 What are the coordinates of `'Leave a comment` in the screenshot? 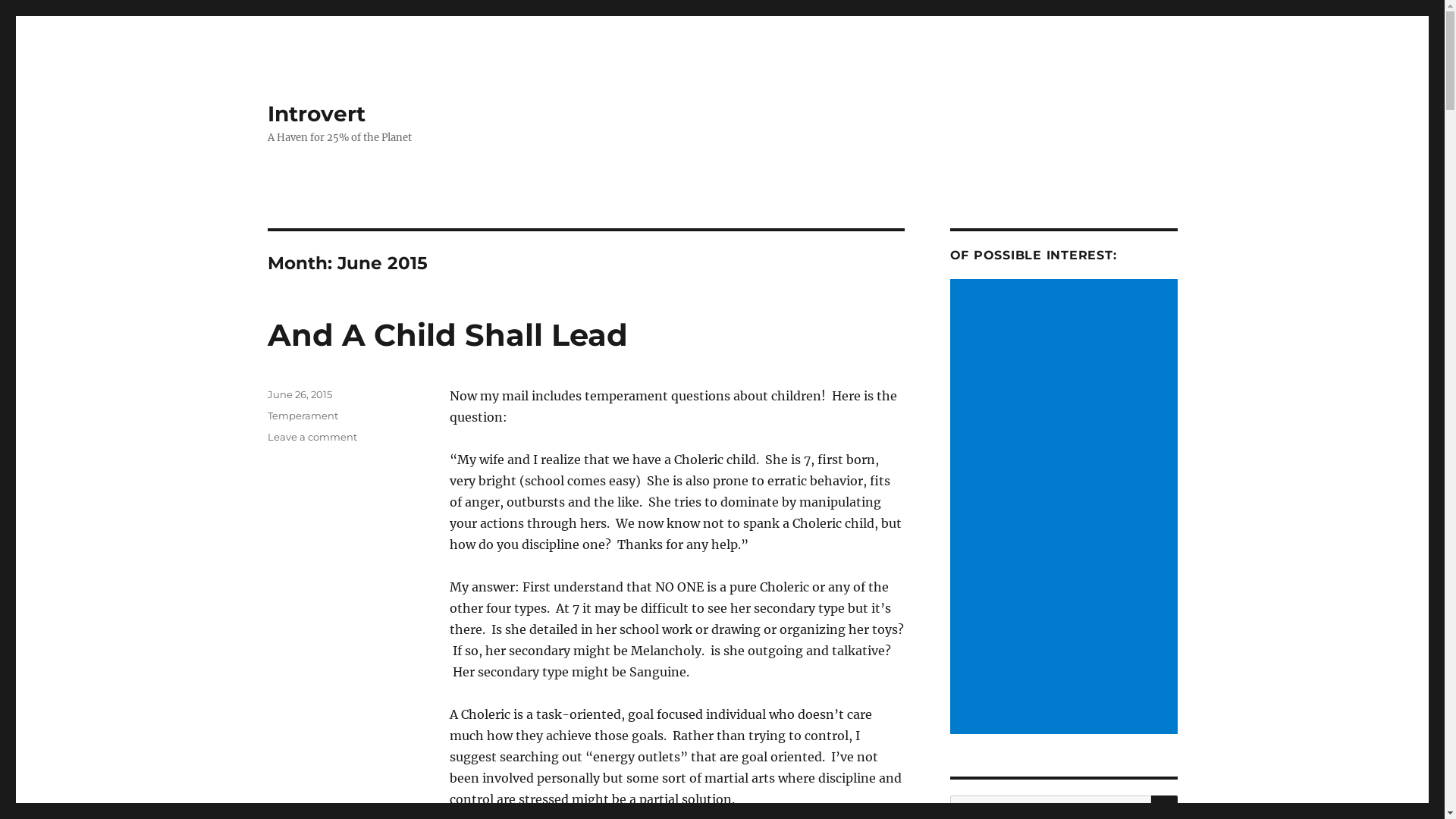 It's located at (266, 436).